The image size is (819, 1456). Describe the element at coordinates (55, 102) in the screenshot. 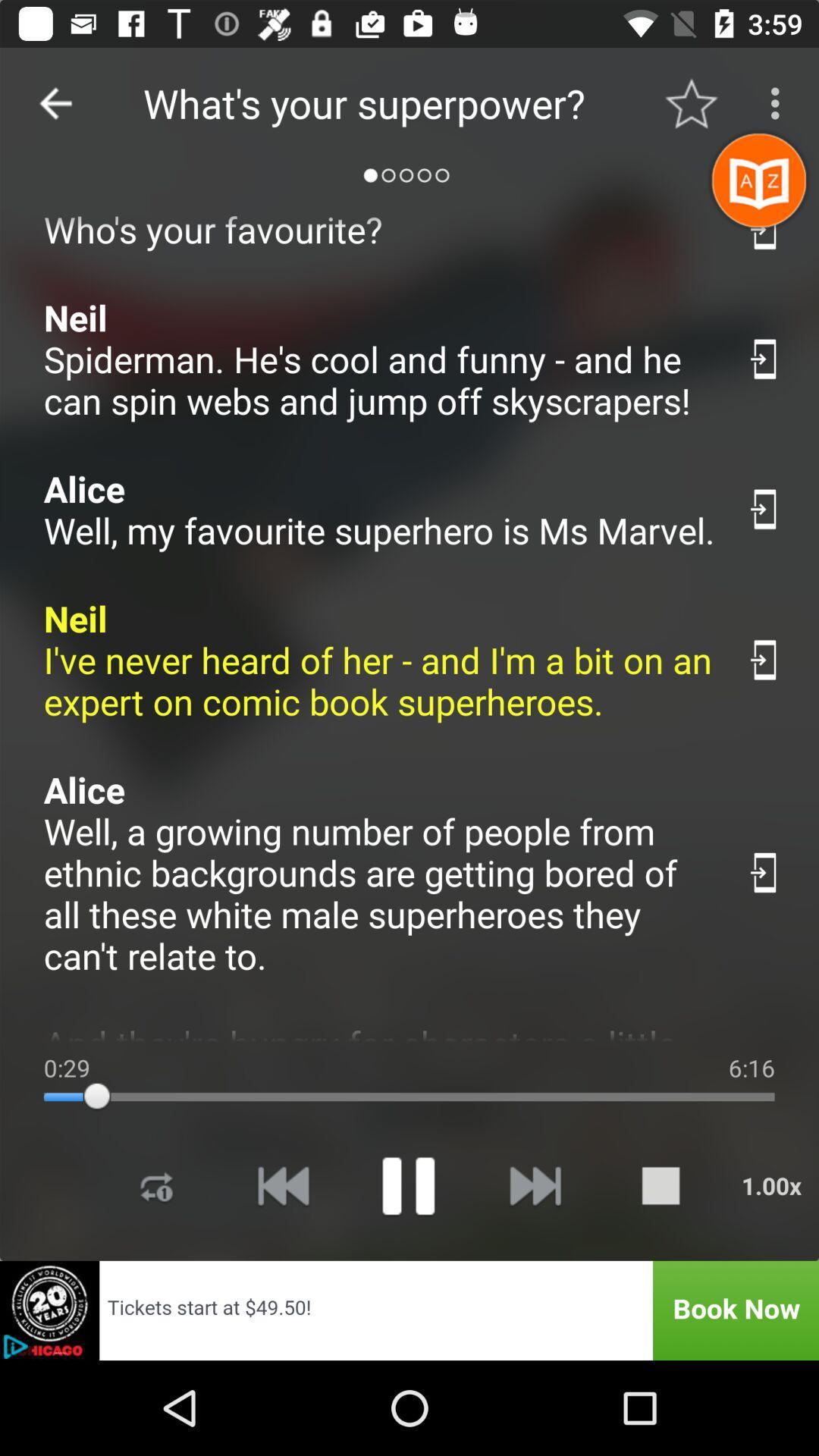

I see `previous` at that location.